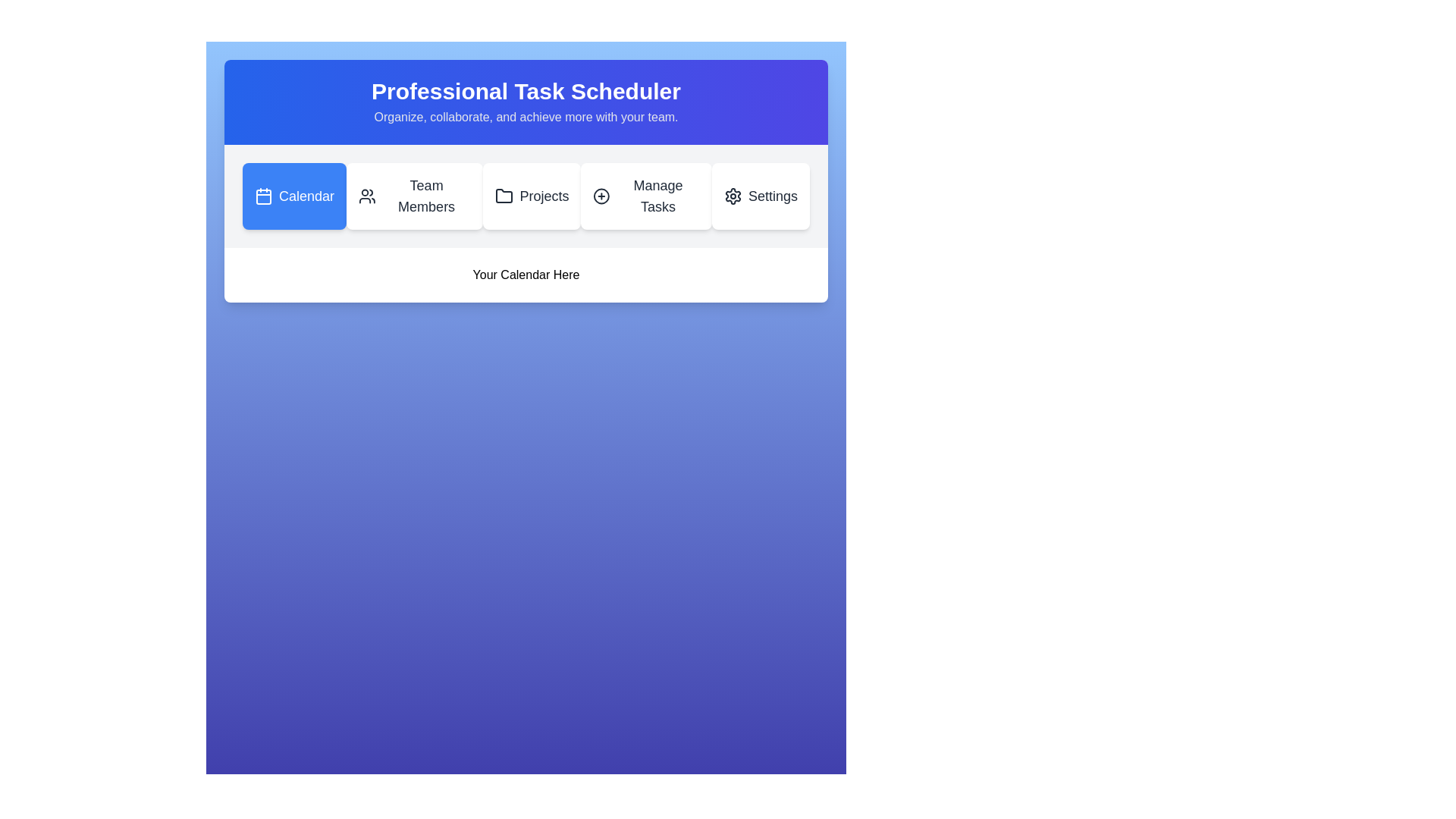 This screenshot has height=819, width=1456. Describe the element at coordinates (526, 275) in the screenshot. I see `the textual phrase displaying 'Your Calendar Here' which is centered within a white rectangular background below the navigation bar` at that location.